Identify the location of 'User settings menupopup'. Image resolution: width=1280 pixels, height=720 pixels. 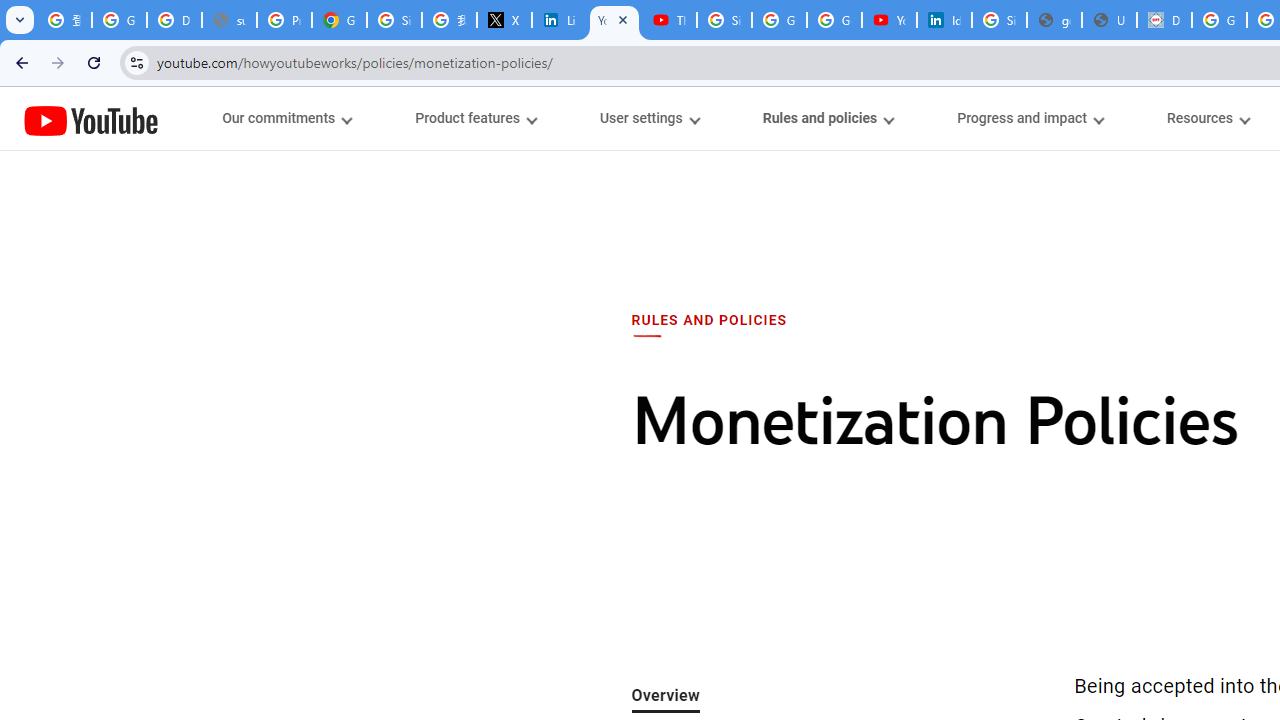
(648, 118).